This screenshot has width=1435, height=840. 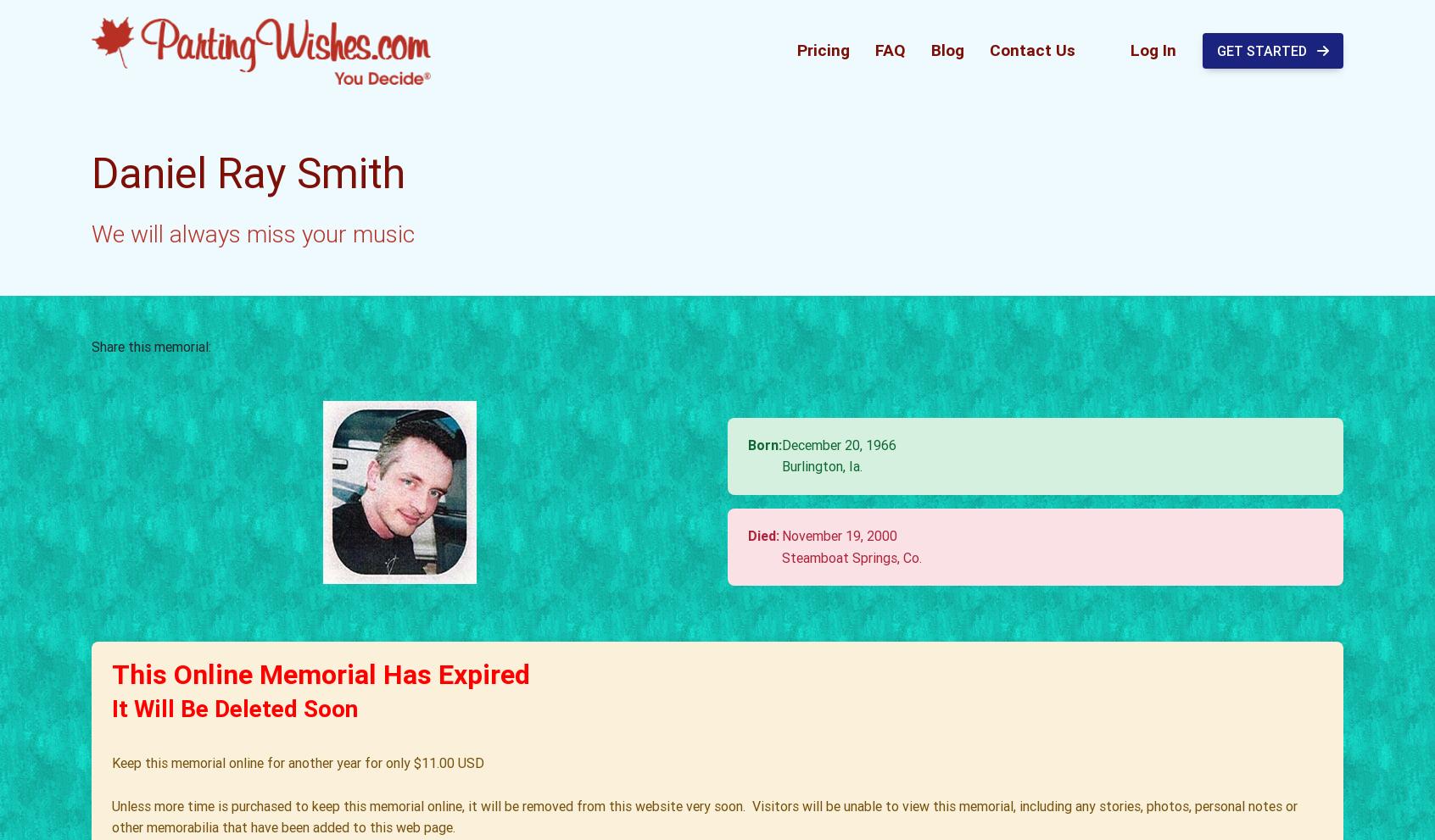 What do you see at coordinates (276, 286) in the screenshot?
I see `'Mom'` at bounding box center [276, 286].